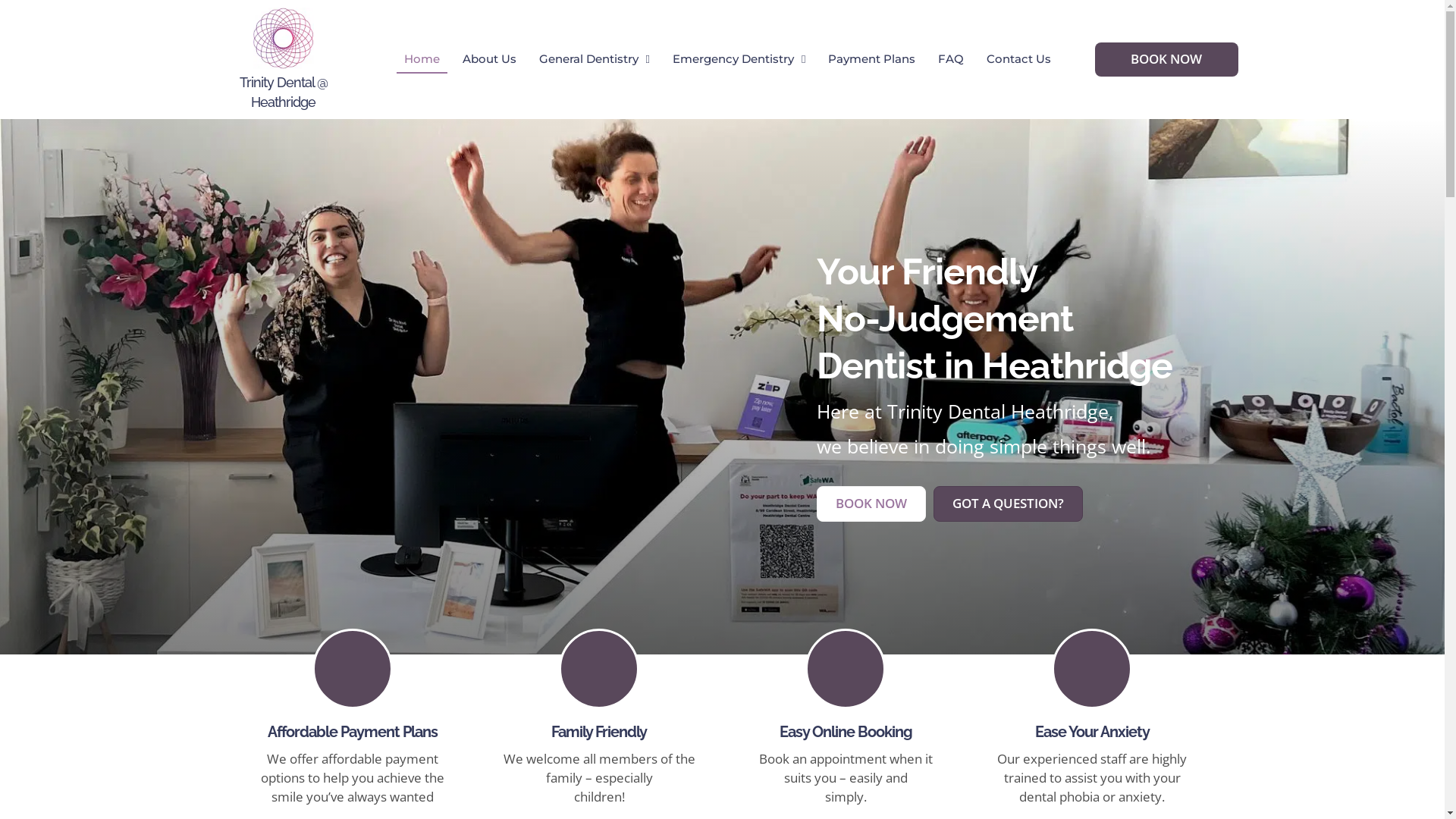 The width and height of the screenshot is (1456, 819). I want to click on 'Payment Plans', so click(871, 58).